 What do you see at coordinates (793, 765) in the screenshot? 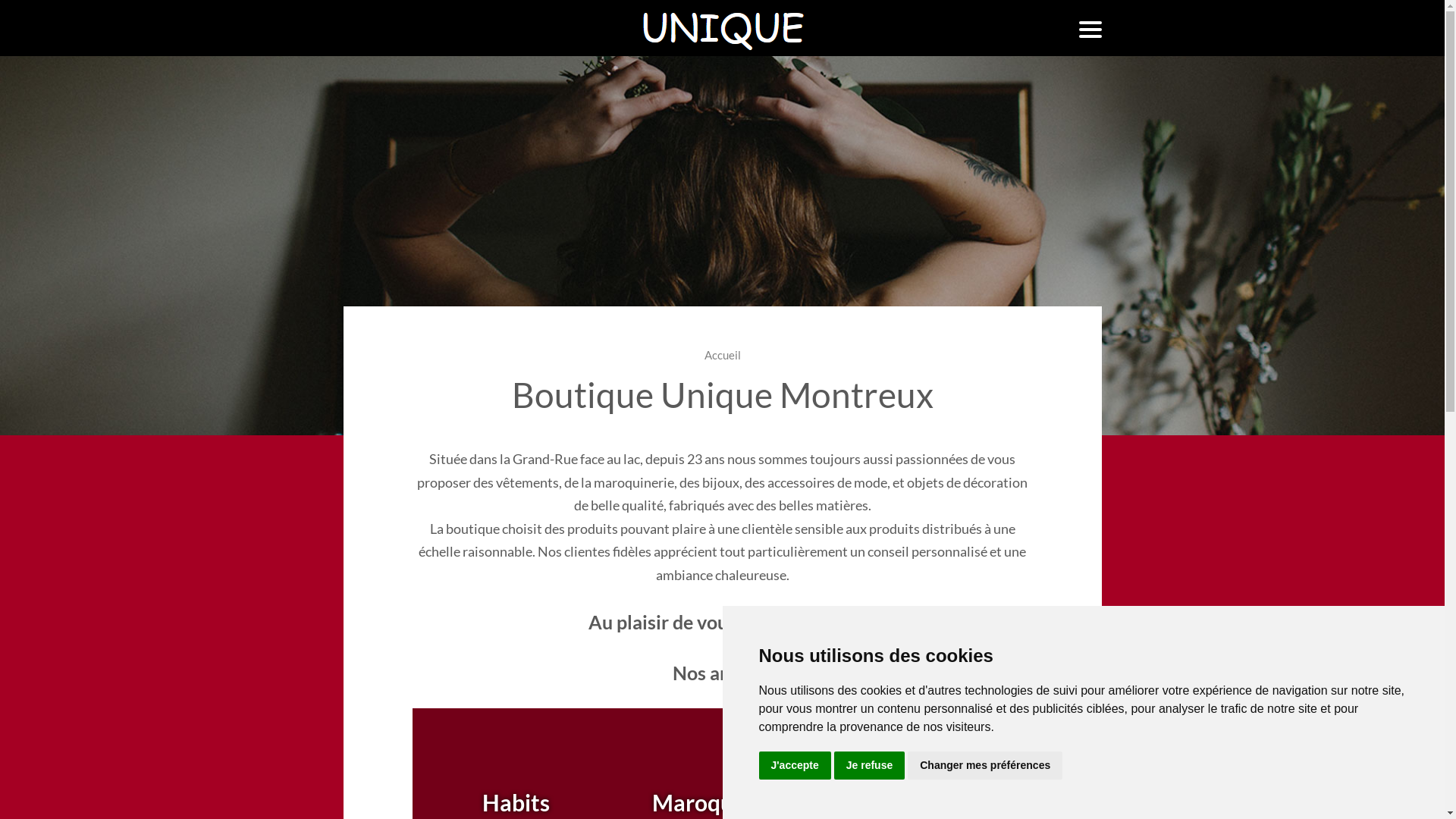
I see `'J'accepte'` at bounding box center [793, 765].